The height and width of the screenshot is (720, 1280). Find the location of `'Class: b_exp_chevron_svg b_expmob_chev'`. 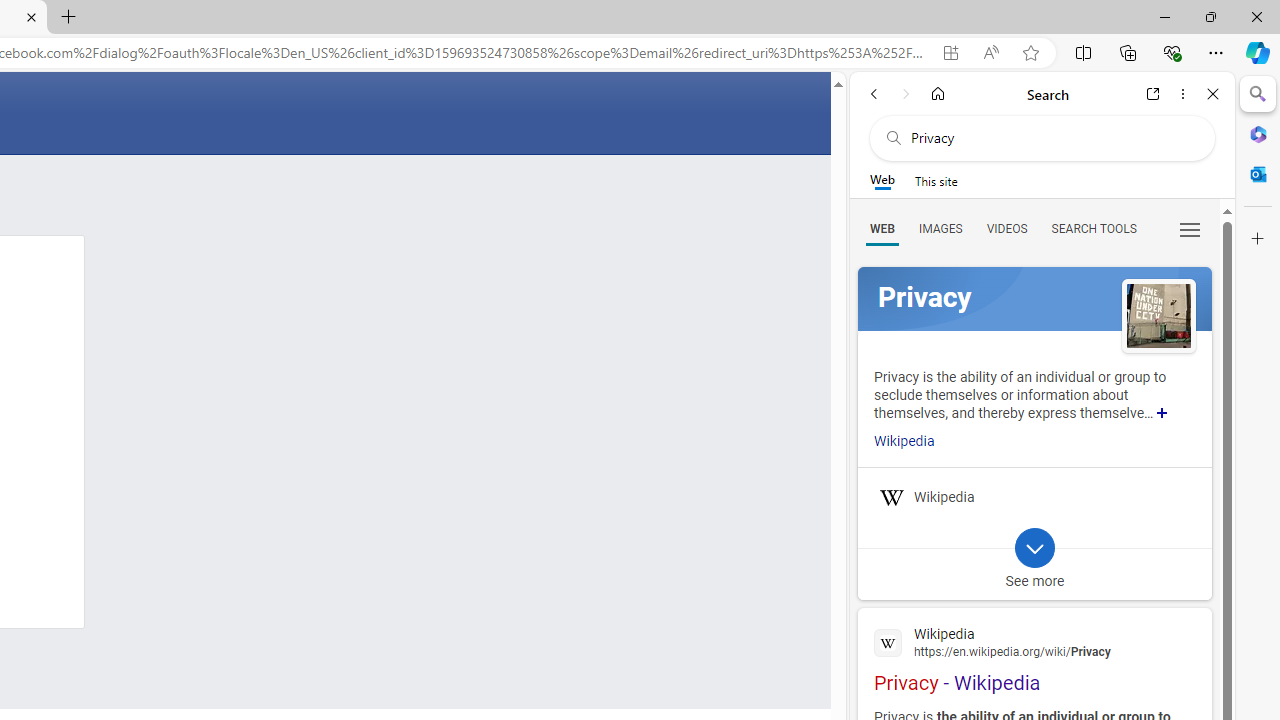

'Class: b_exp_chevron_svg b_expmob_chev' is located at coordinates (1034, 547).